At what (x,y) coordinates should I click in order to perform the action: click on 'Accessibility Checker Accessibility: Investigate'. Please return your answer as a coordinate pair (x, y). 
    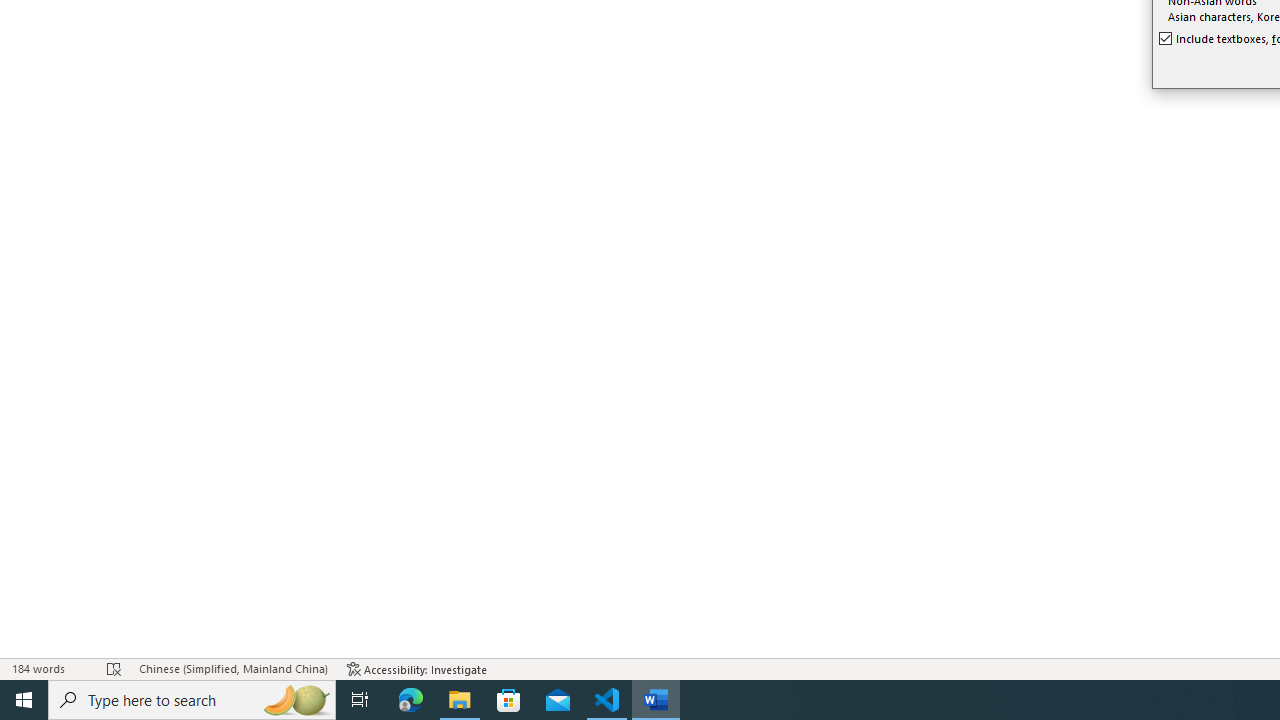
    Looking at the image, I should click on (416, 669).